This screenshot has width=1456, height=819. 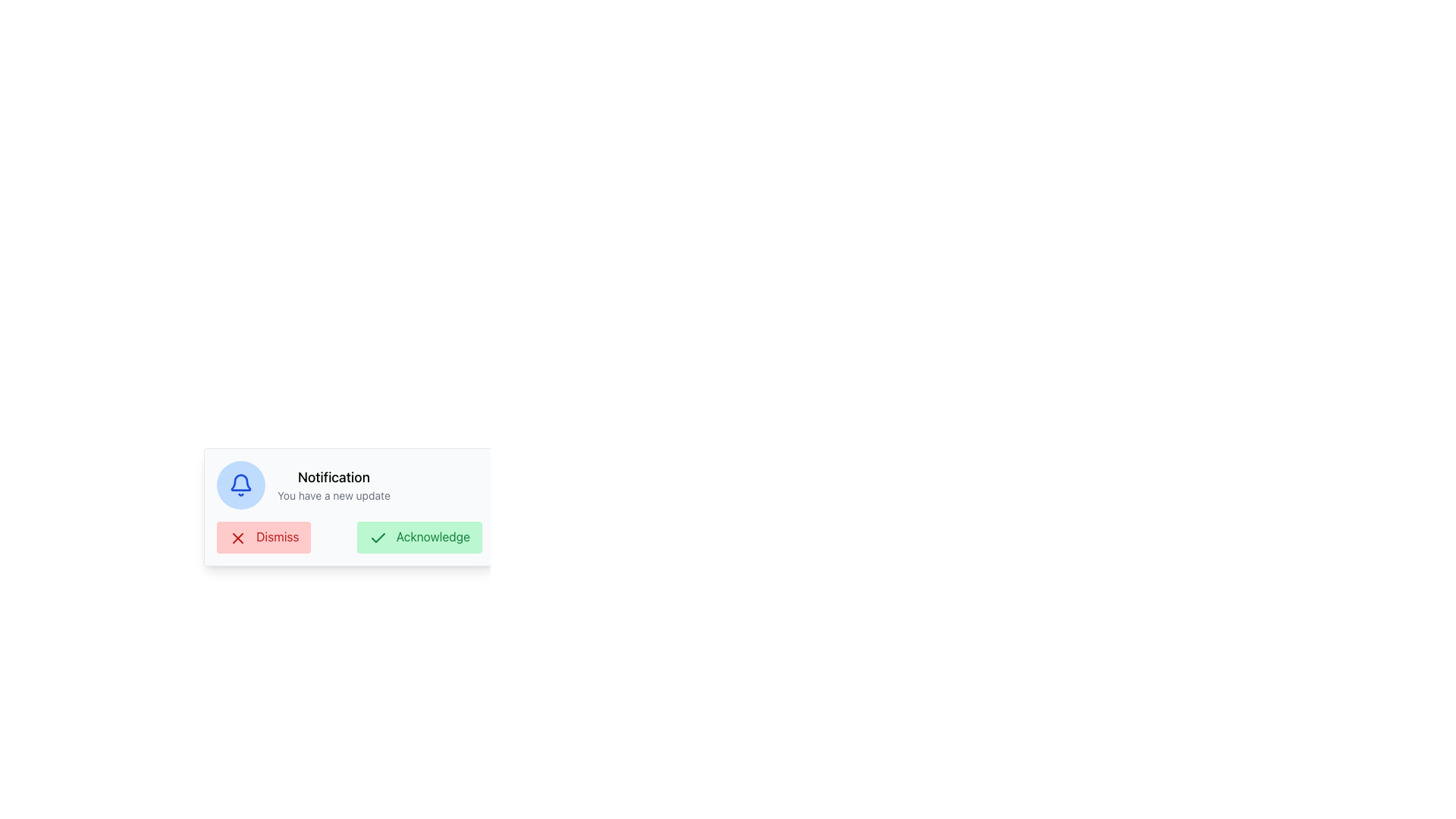 What do you see at coordinates (333, 485) in the screenshot?
I see `text of the notification message displayed in the Text Label that includes the header 'Notification' and the subtext 'You have a new update', which is located to the right of a circular blue icon with a bell symbol` at bounding box center [333, 485].